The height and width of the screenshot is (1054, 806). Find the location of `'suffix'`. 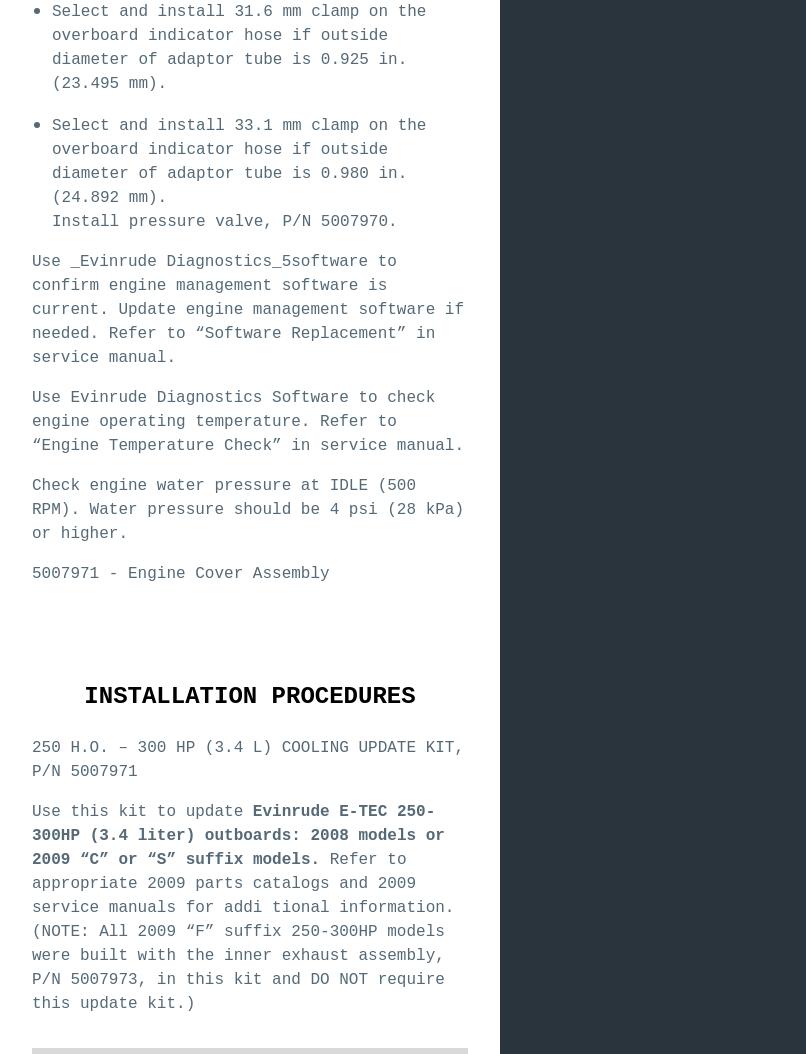

'suffix' is located at coordinates (184, 859).